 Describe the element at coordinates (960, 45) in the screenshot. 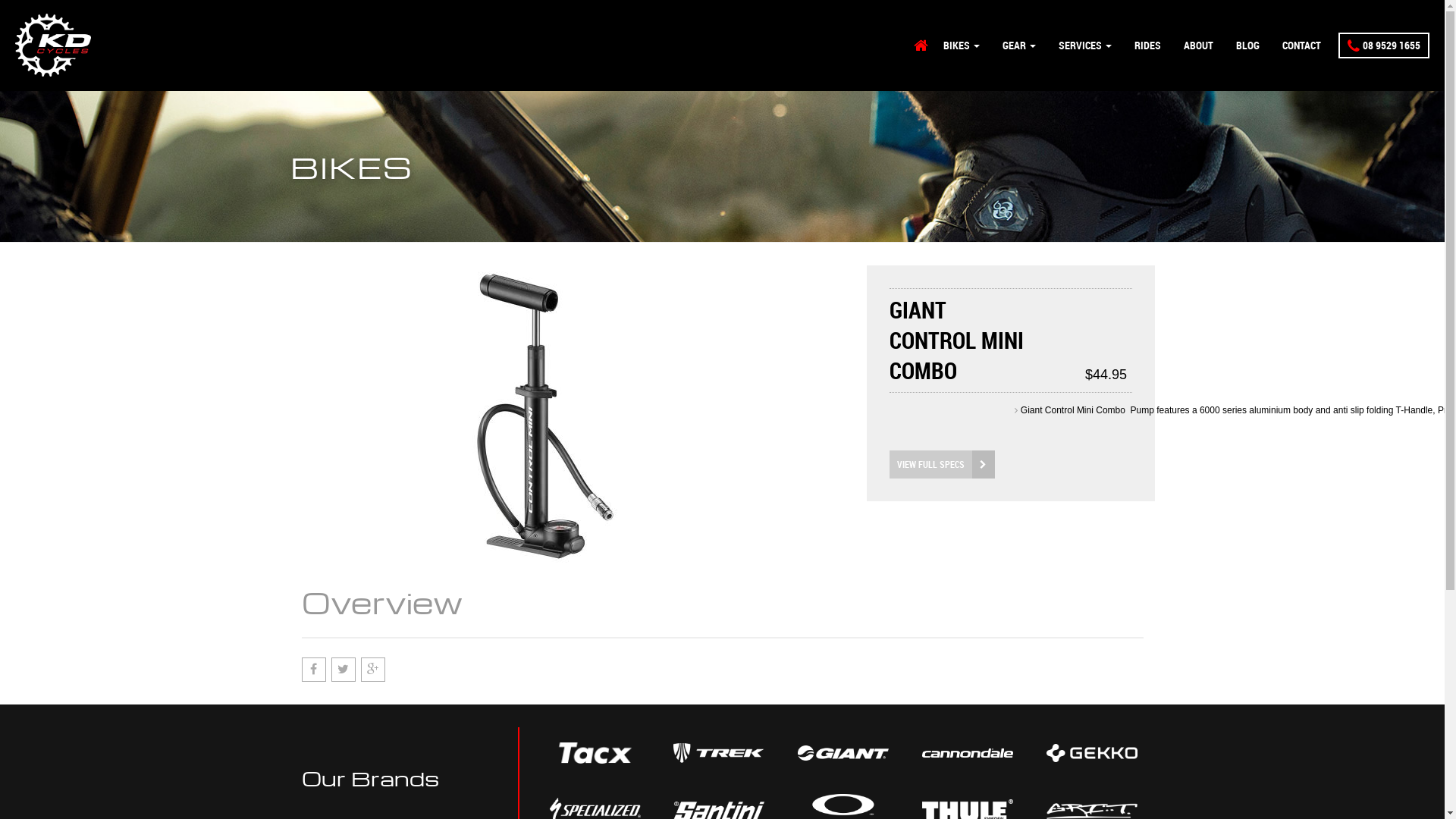

I see `'BIKES'` at that location.